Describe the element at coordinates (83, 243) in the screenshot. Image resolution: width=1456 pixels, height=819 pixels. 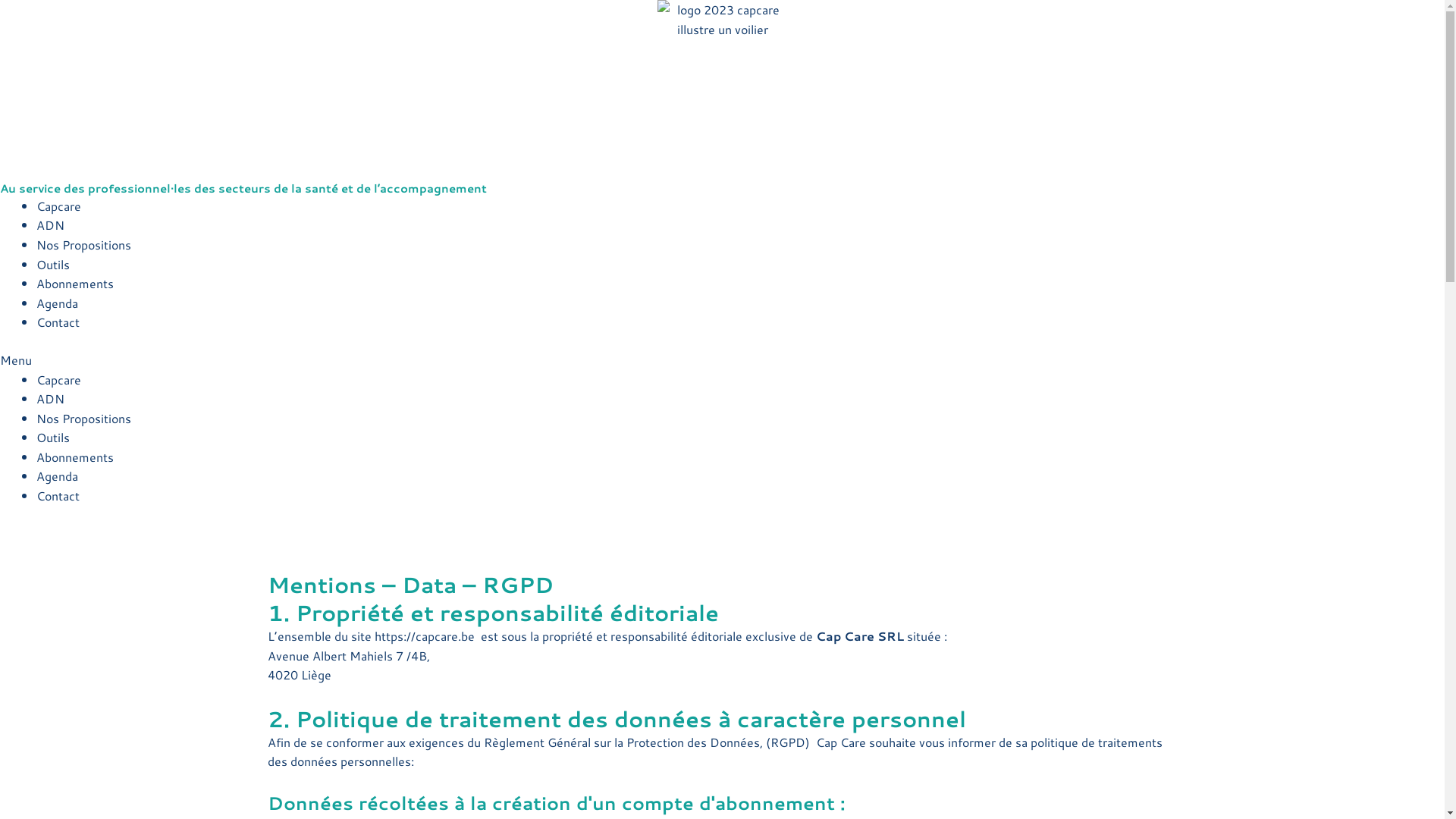
I see `'Nos Propositions'` at that location.